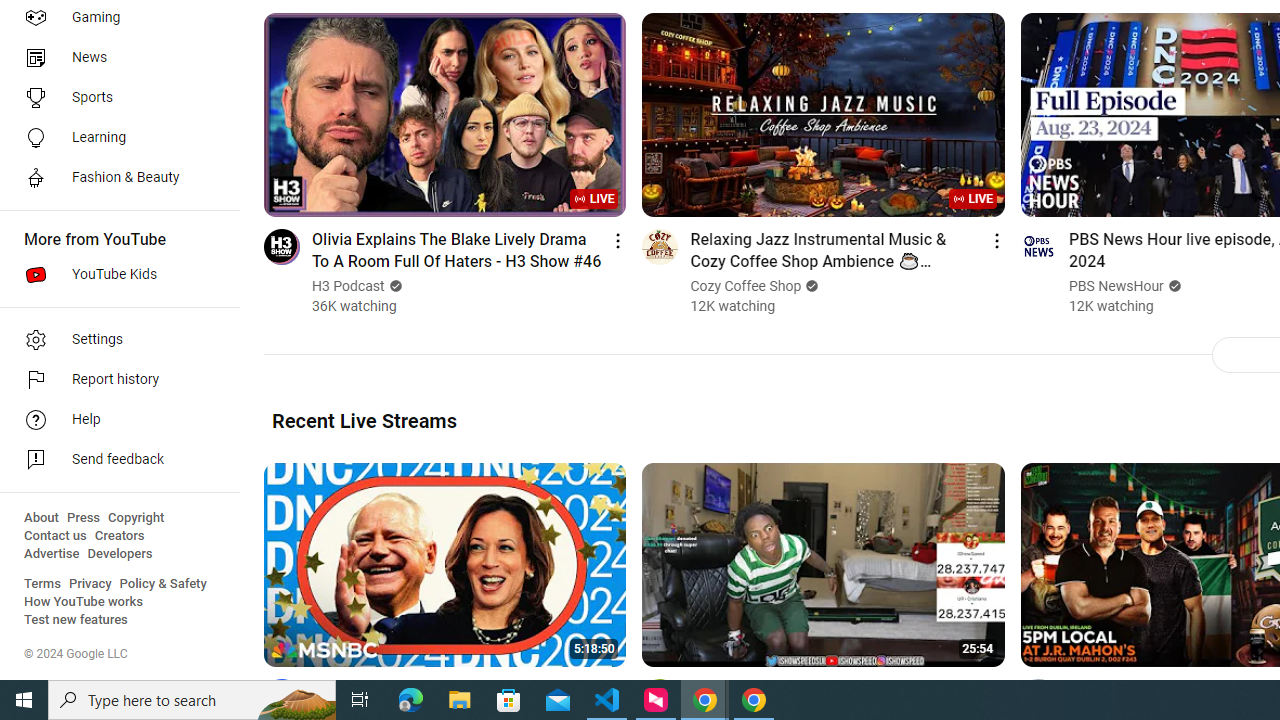  I want to click on 'Copyright', so click(135, 517).